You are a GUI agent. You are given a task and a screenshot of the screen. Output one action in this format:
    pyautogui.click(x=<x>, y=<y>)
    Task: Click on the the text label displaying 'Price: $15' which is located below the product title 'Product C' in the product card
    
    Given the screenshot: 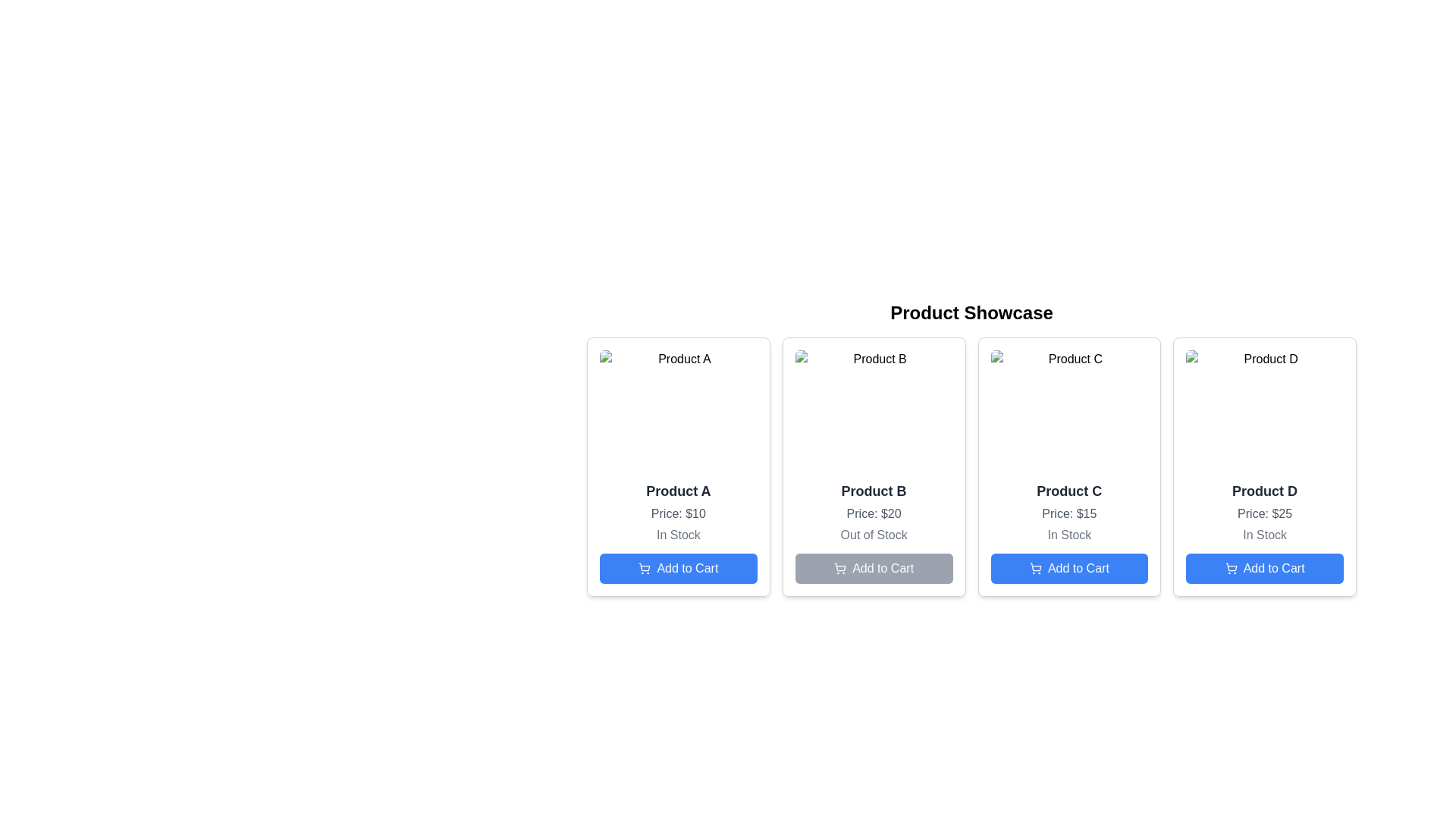 What is the action you would take?
    pyautogui.click(x=1068, y=513)
    